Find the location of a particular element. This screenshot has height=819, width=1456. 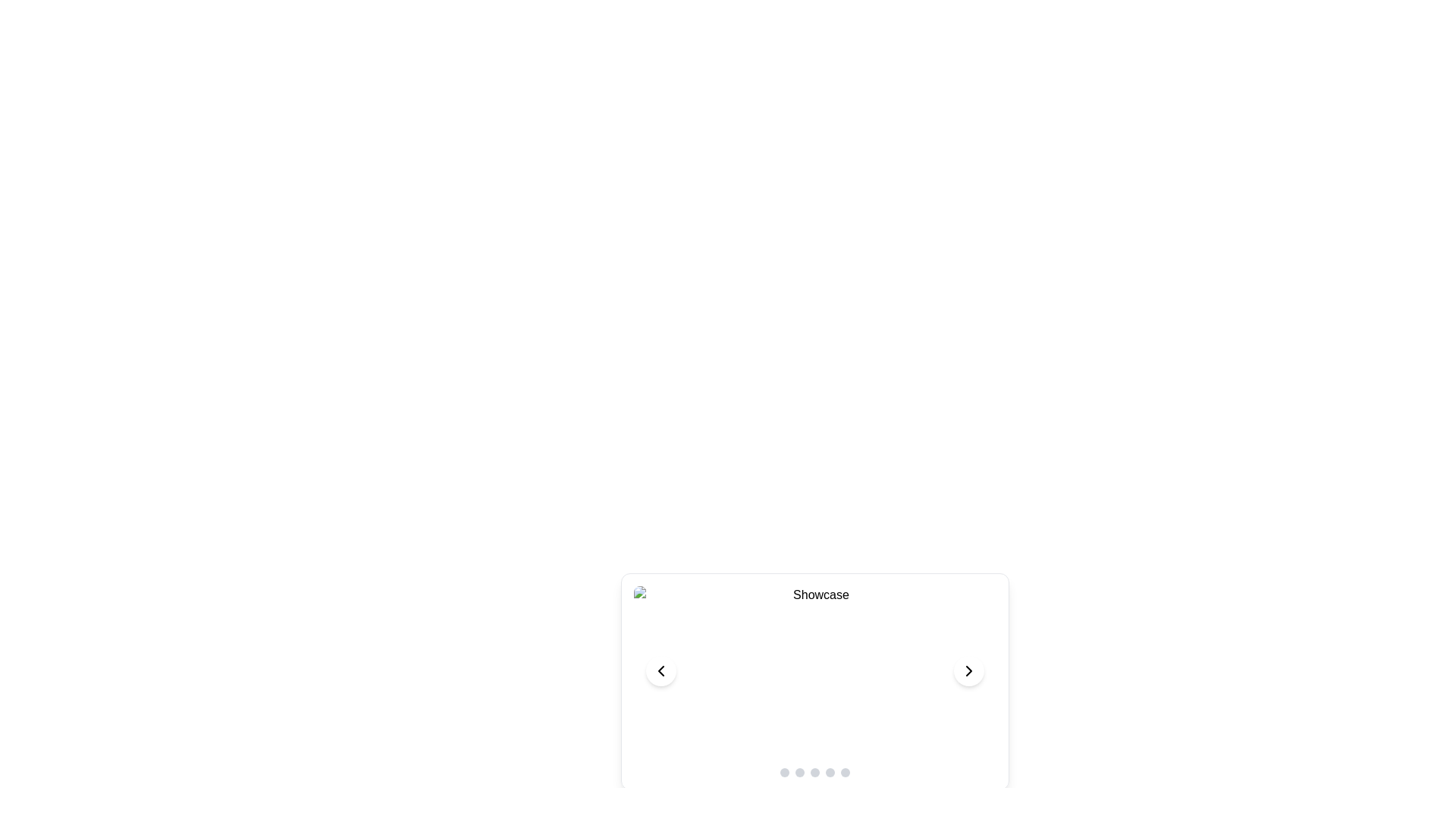

the fifth circular navigation button with a gray background located at the bottom center of the interface is located at coordinates (844, 772).